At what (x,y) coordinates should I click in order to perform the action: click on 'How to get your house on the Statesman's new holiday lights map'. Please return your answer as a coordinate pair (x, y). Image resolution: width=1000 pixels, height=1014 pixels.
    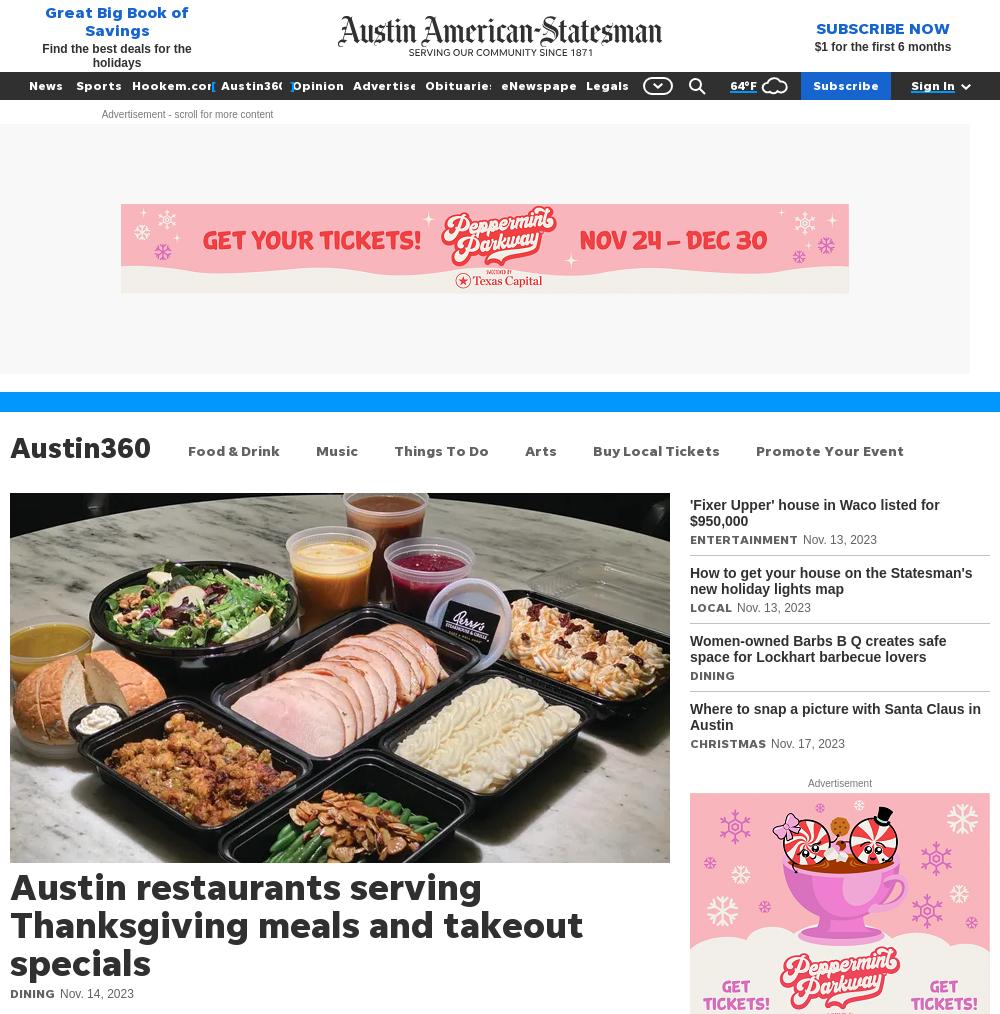
    Looking at the image, I should click on (830, 580).